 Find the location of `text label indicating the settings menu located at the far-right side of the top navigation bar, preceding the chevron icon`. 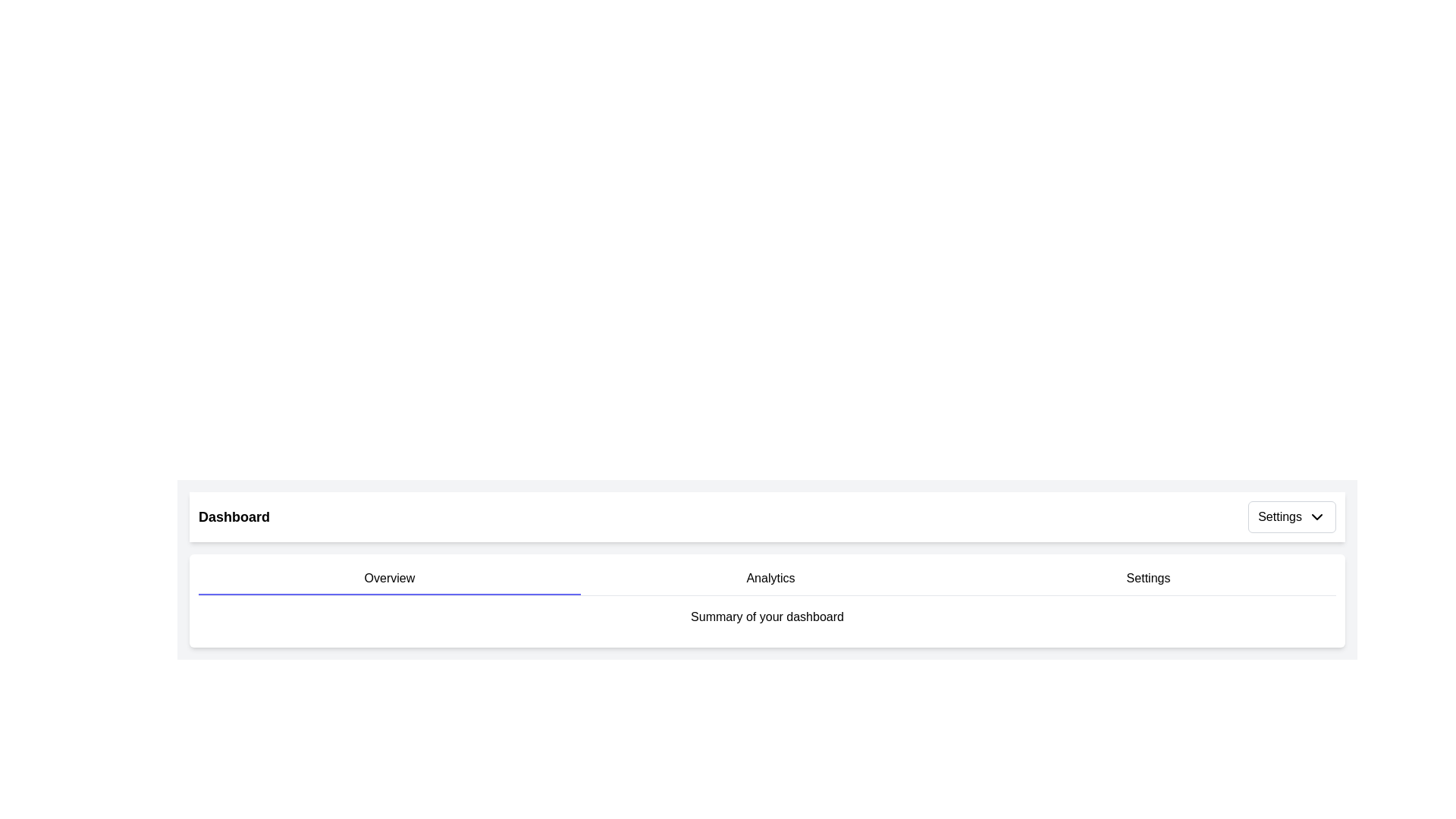

text label indicating the settings menu located at the far-right side of the top navigation bar, preceding the chevron icon is located at coordinates (1279, 516).